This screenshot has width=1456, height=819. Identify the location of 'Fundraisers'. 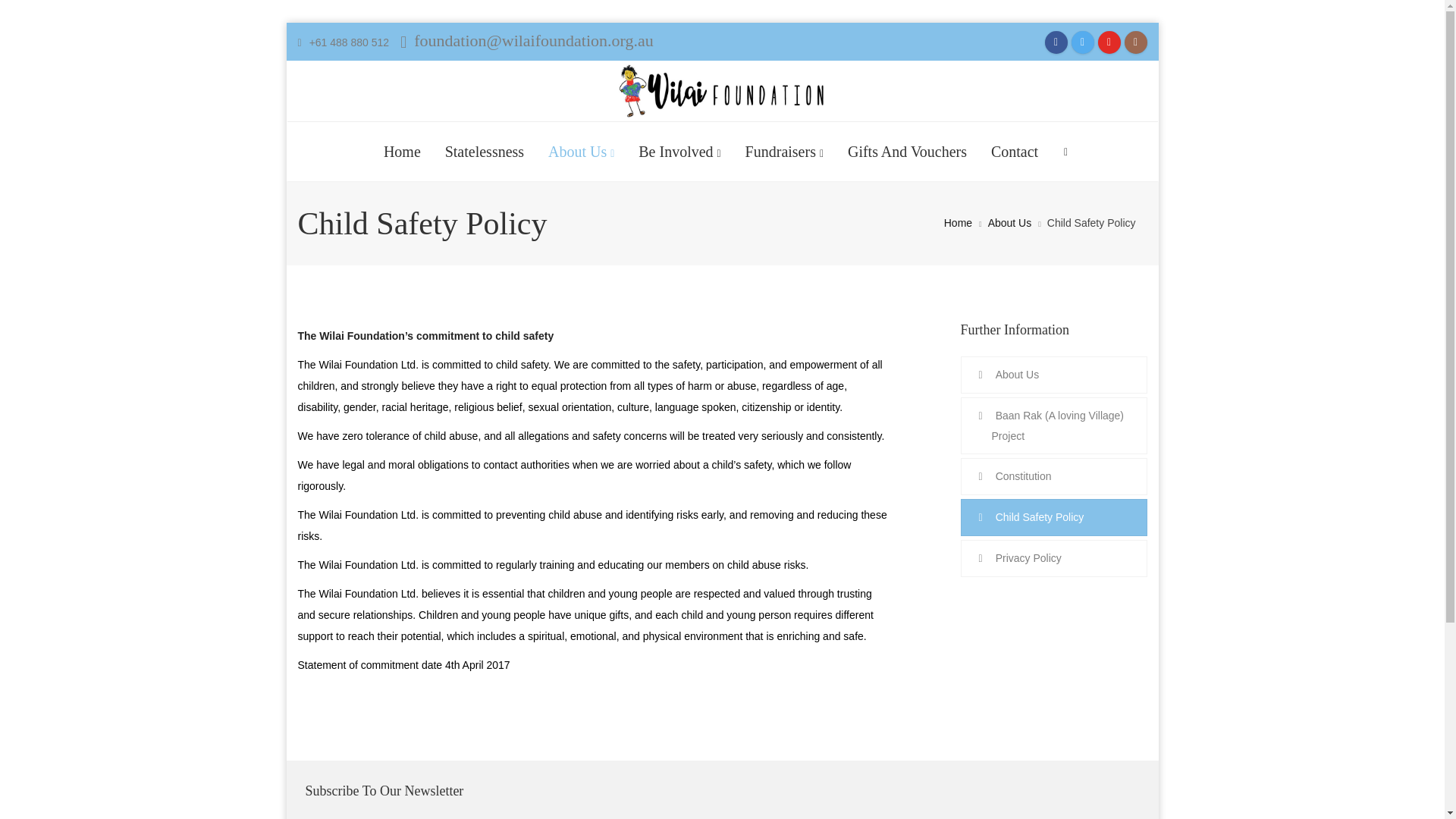
(784, 152).